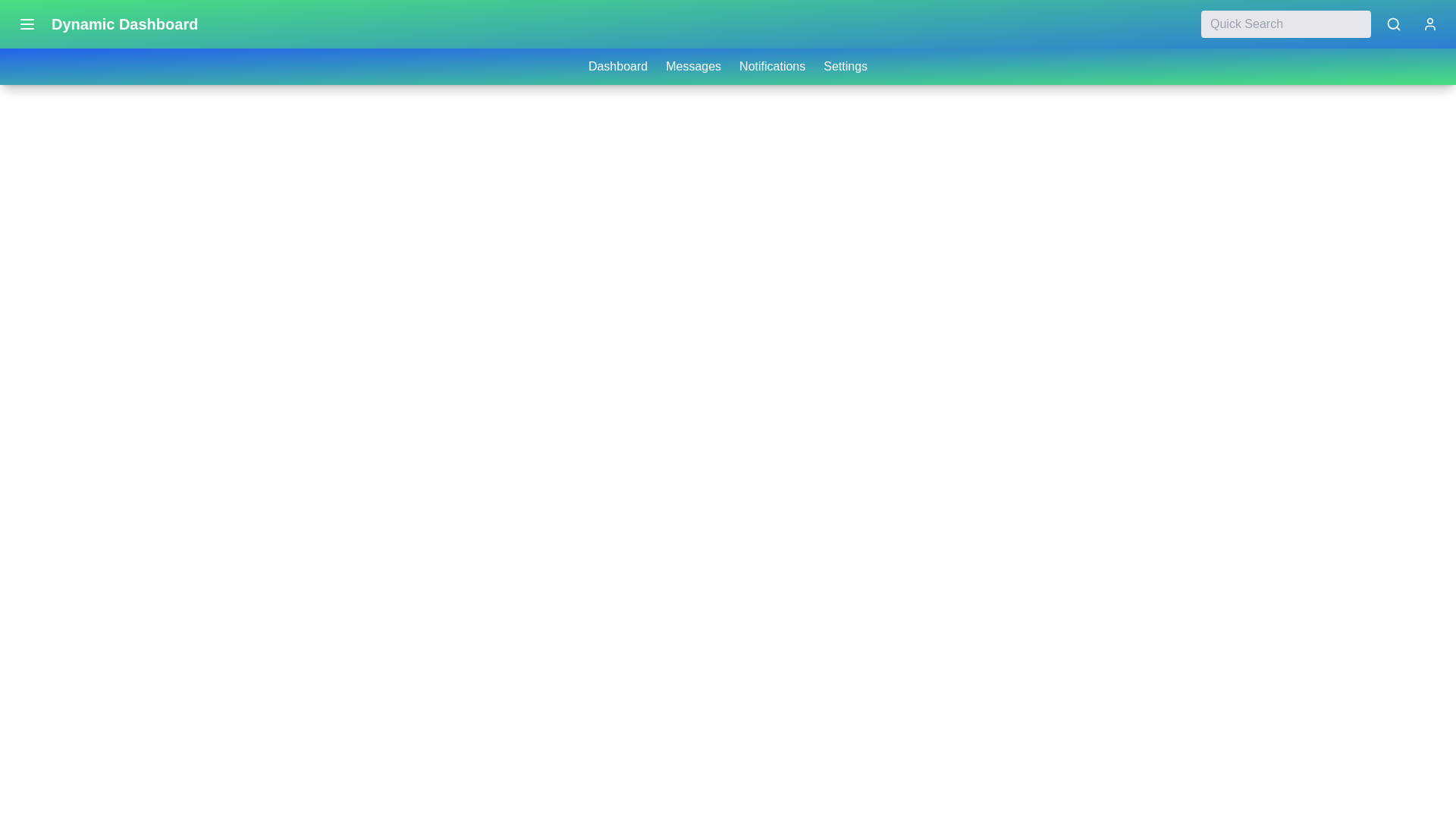 This screenshot has height=819, width=1456. What do you see at coordinates (618, 66) in the screenshot?
I see `the 'Dashboard' hyperlink text located at the top-center of the interface to trigger the underline effect` at bounding box center [618, 66].